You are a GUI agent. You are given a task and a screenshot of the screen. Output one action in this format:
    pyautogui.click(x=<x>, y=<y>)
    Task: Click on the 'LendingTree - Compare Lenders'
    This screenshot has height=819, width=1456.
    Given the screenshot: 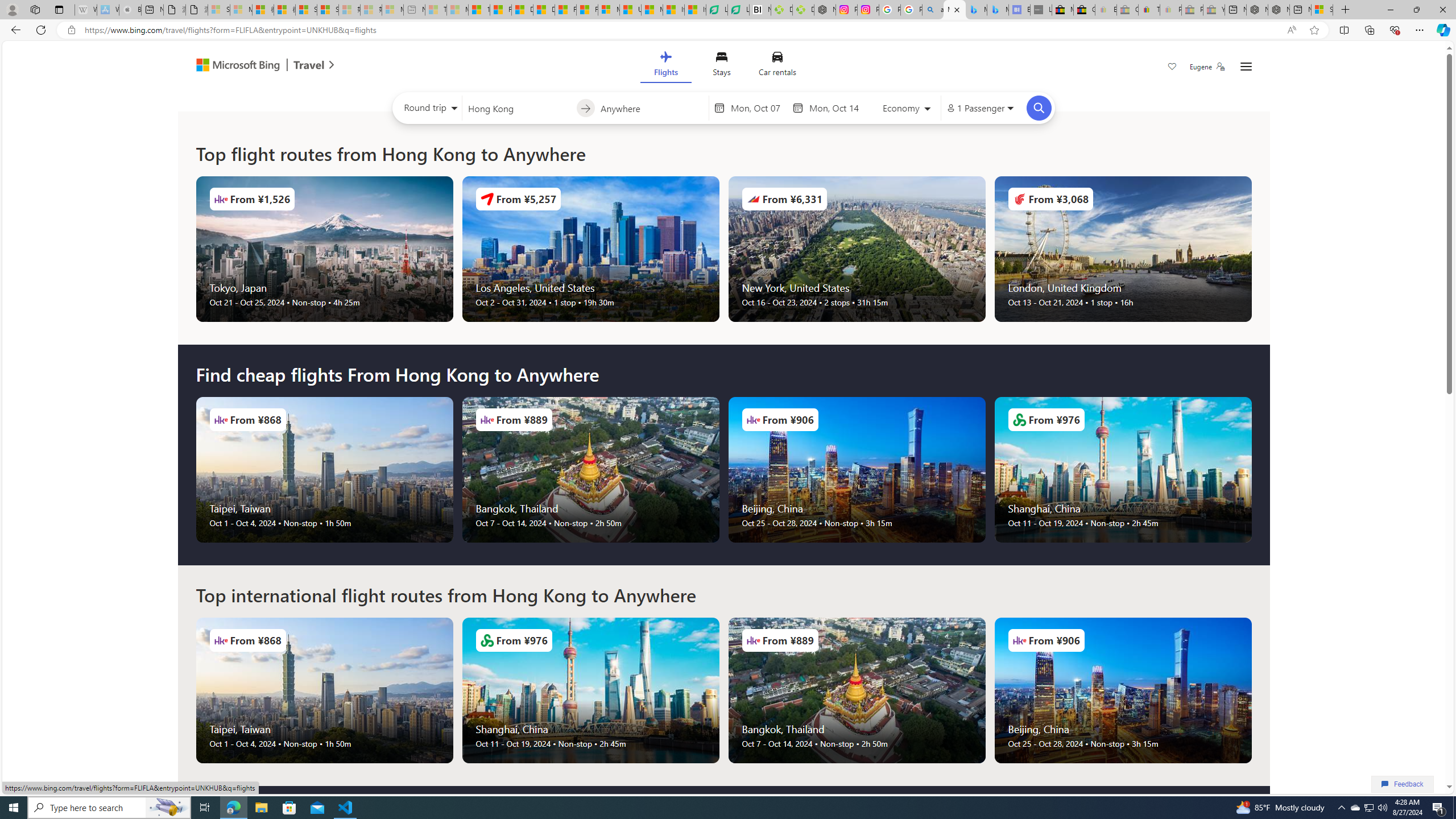 What is the action you would take?
    pyautogui.click(x=737, y=9)
    